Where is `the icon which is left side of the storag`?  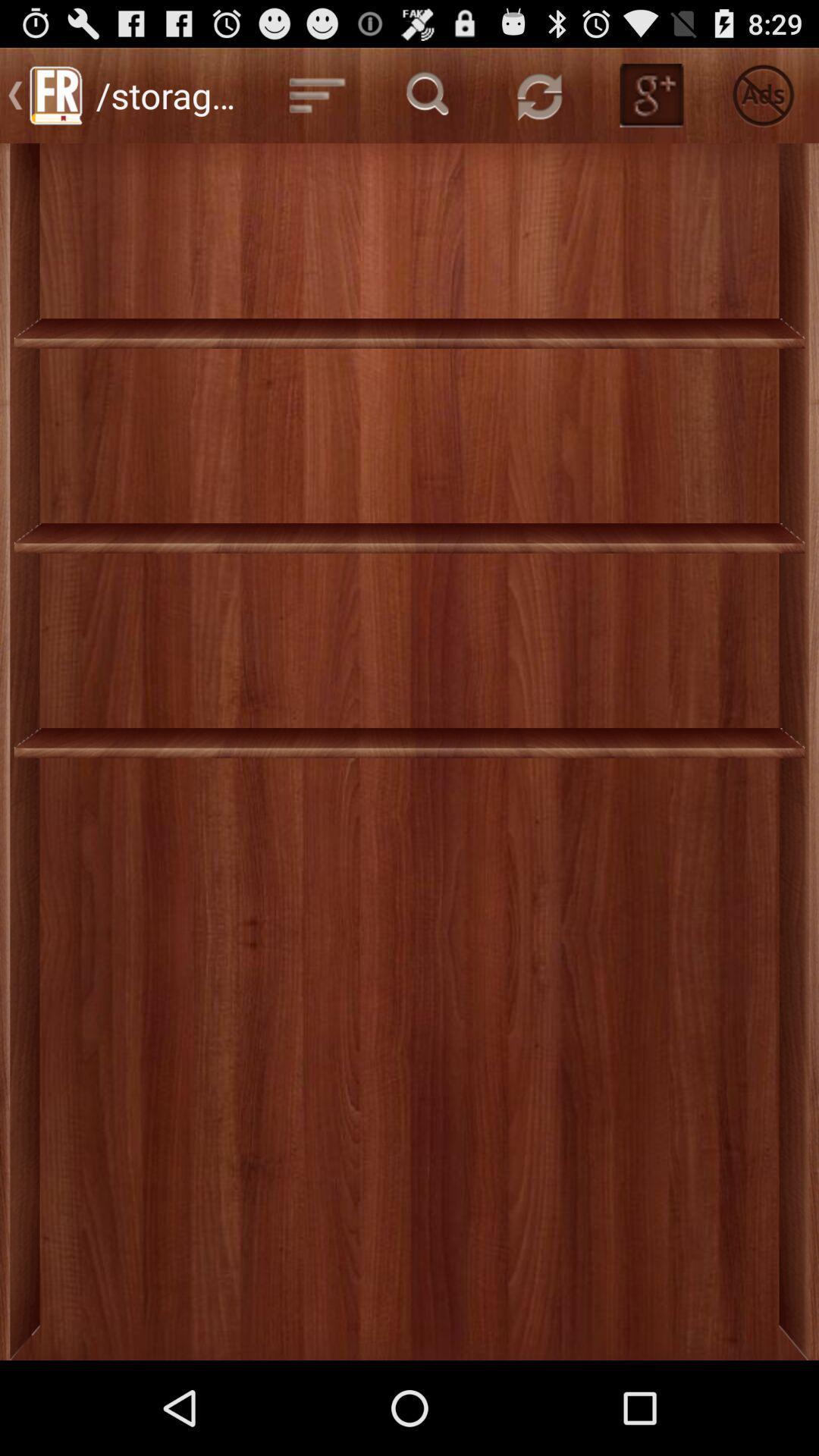
the icon which is left side of the storag is located at coordinates (55, 94).